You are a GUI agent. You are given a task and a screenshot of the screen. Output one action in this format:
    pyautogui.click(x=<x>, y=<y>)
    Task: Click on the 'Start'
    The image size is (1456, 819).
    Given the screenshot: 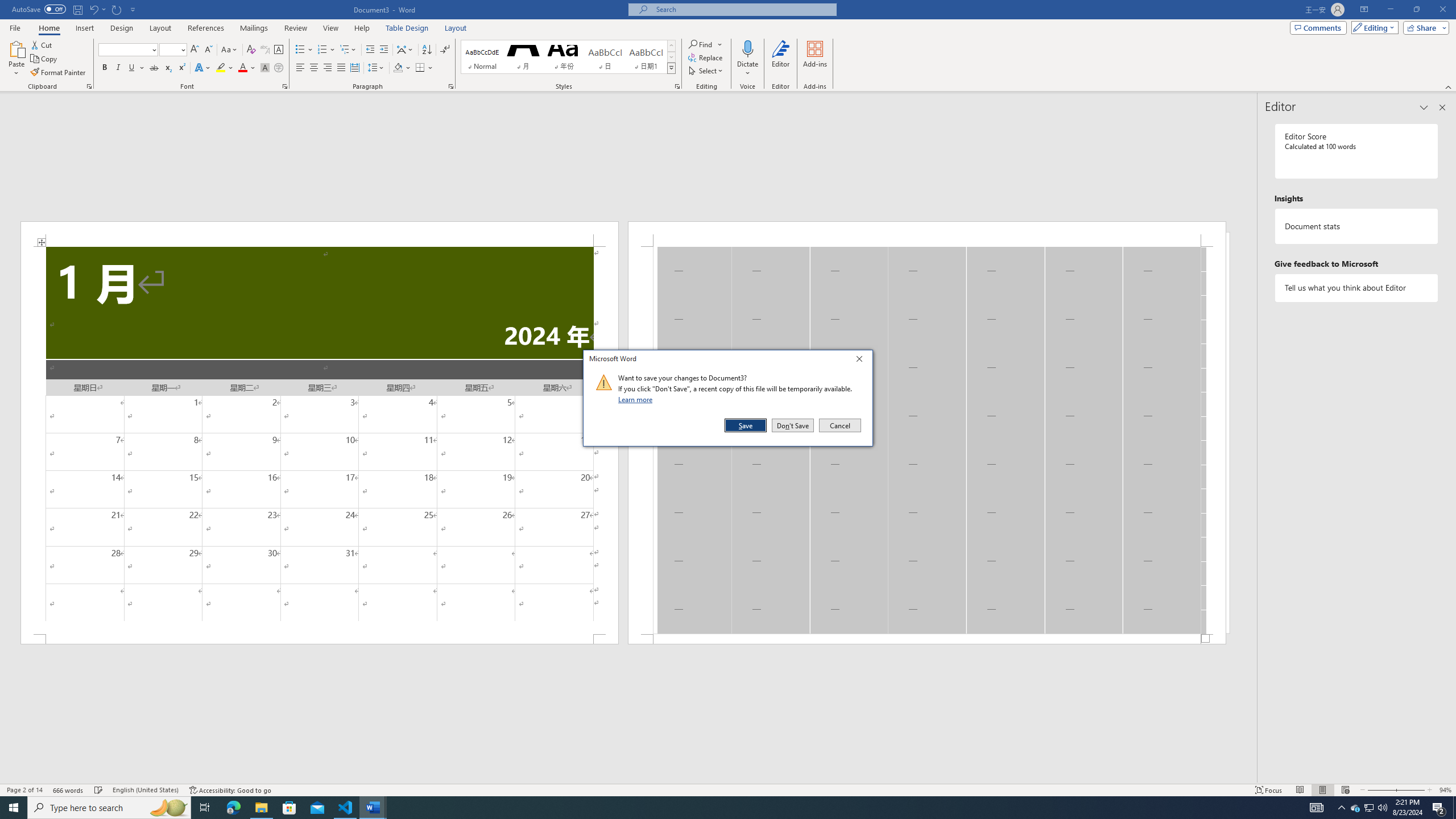 What is the action you would take?
    pyautogui.click(x=14, y=806)
    